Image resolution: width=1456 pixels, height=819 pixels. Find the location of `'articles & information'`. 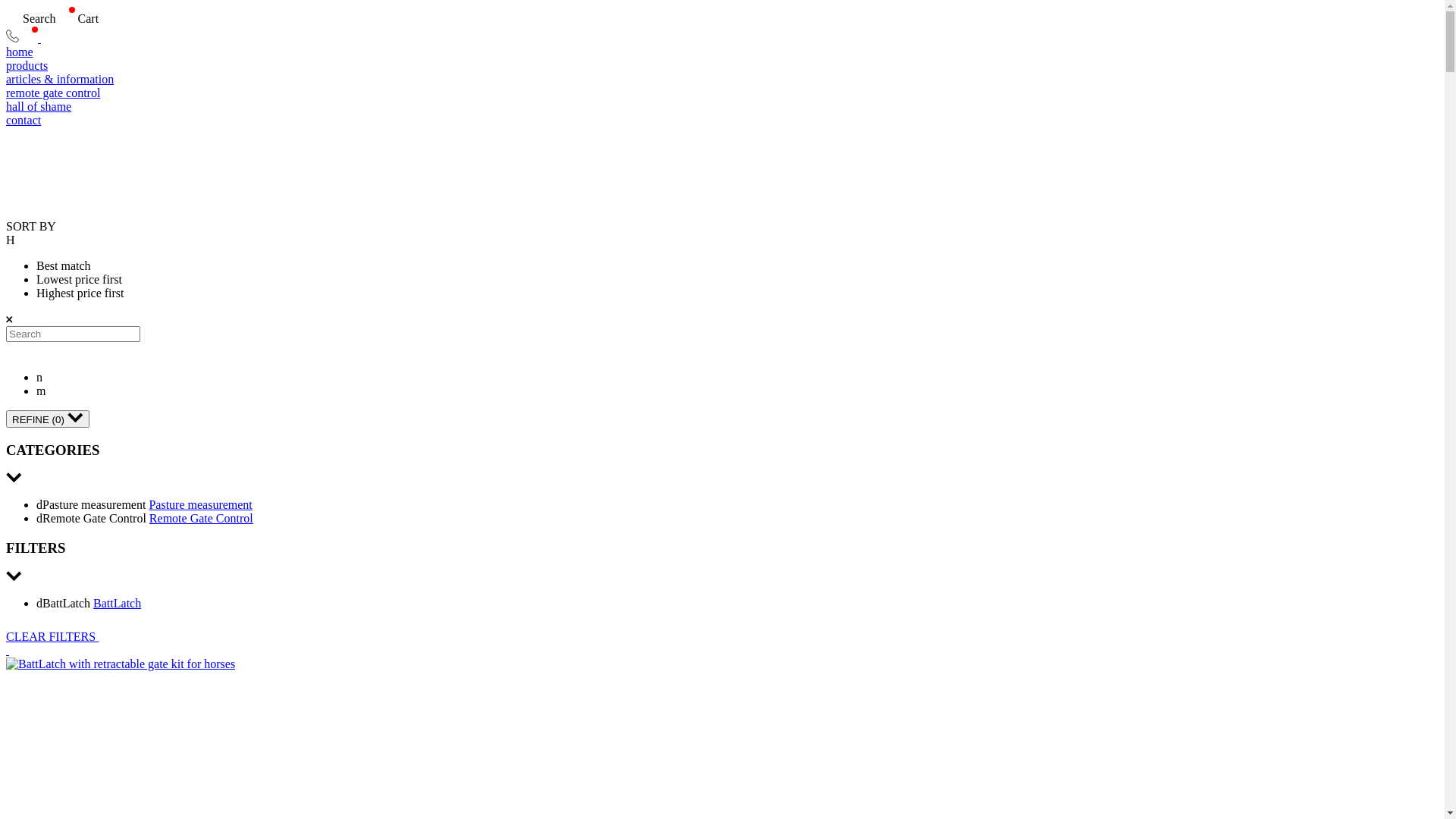

'articles & information' is located at coordinates (721, 79).